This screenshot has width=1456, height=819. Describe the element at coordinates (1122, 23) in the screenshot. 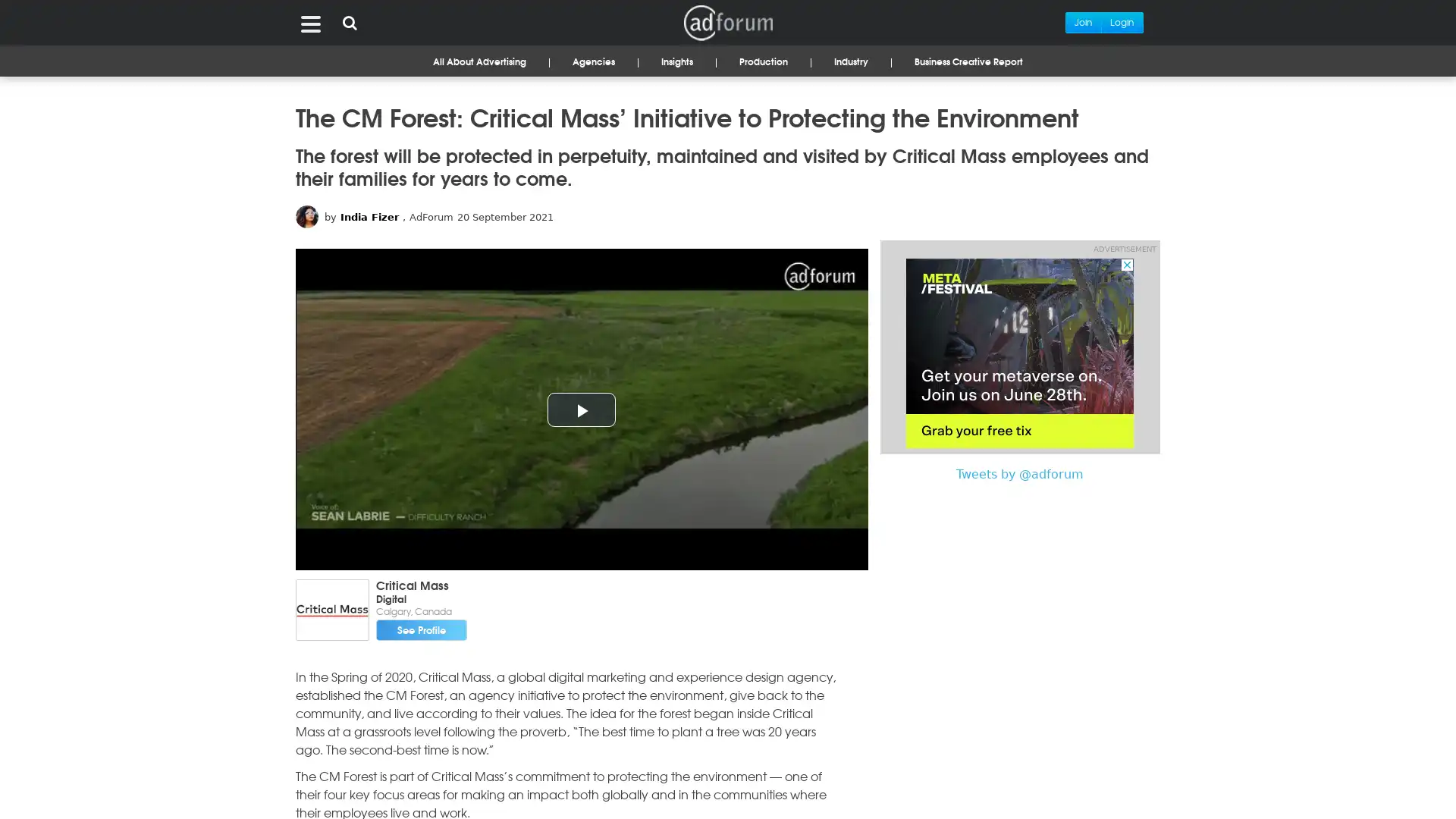

I see `Login` at that location.